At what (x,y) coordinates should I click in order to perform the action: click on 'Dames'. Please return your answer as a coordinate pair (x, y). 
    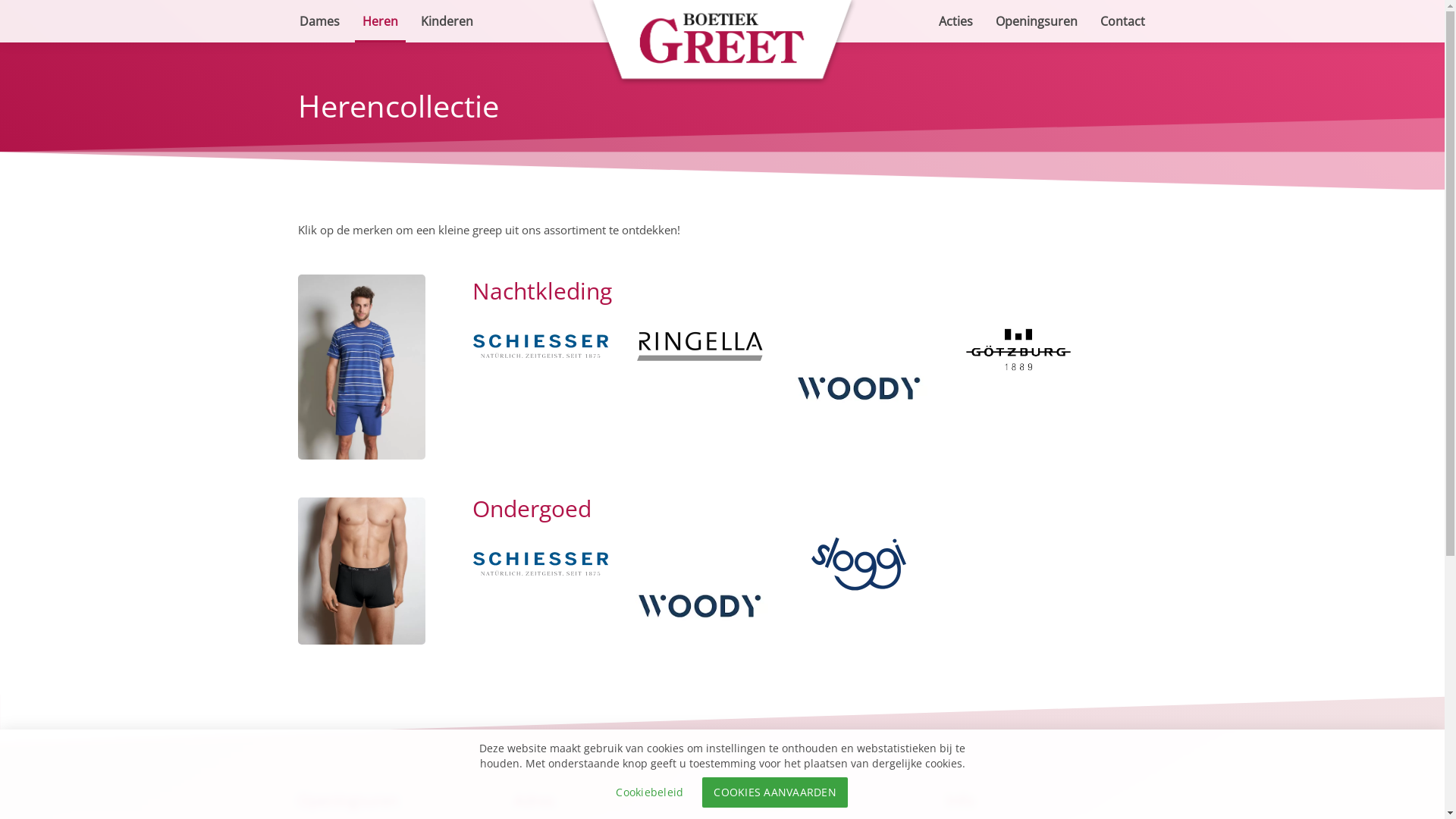
    Looking at the image, I should click on (318, 20).